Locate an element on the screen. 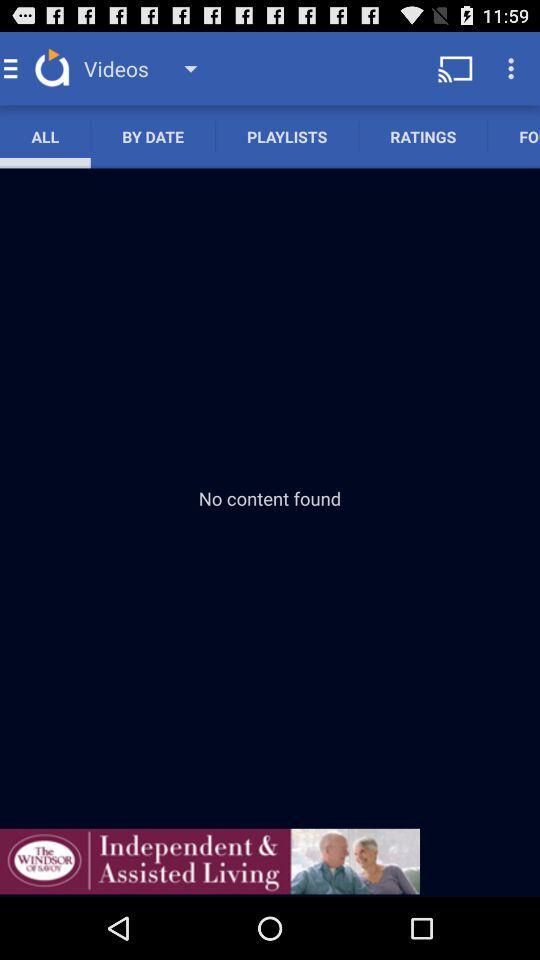 The height and width of the screenshot is (960, 540). open advertisement is located at coordinates (209, 860).